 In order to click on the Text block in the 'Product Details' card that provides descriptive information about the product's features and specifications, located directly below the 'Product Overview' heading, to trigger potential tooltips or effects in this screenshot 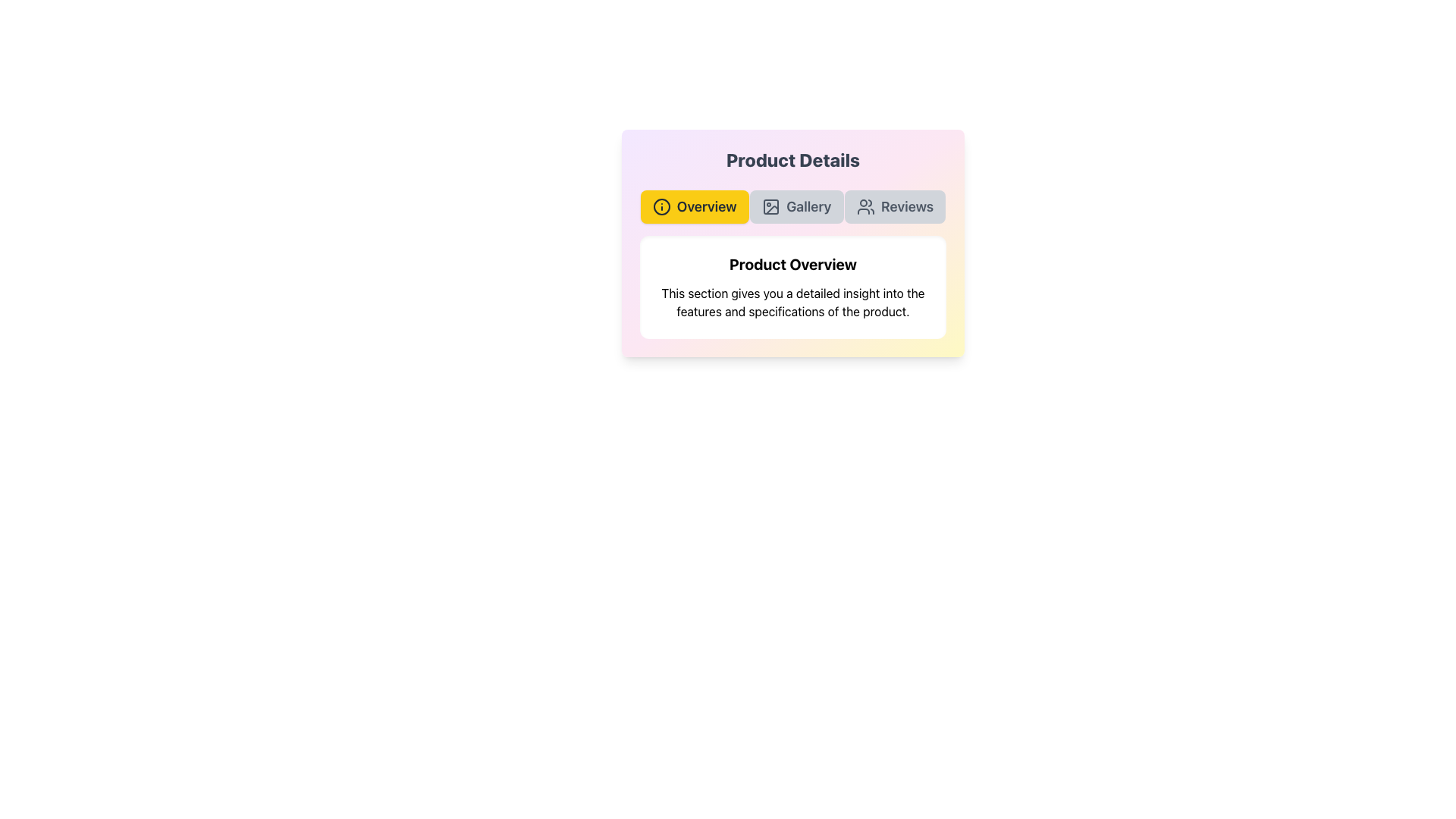, I will do `click(792, 302)`.